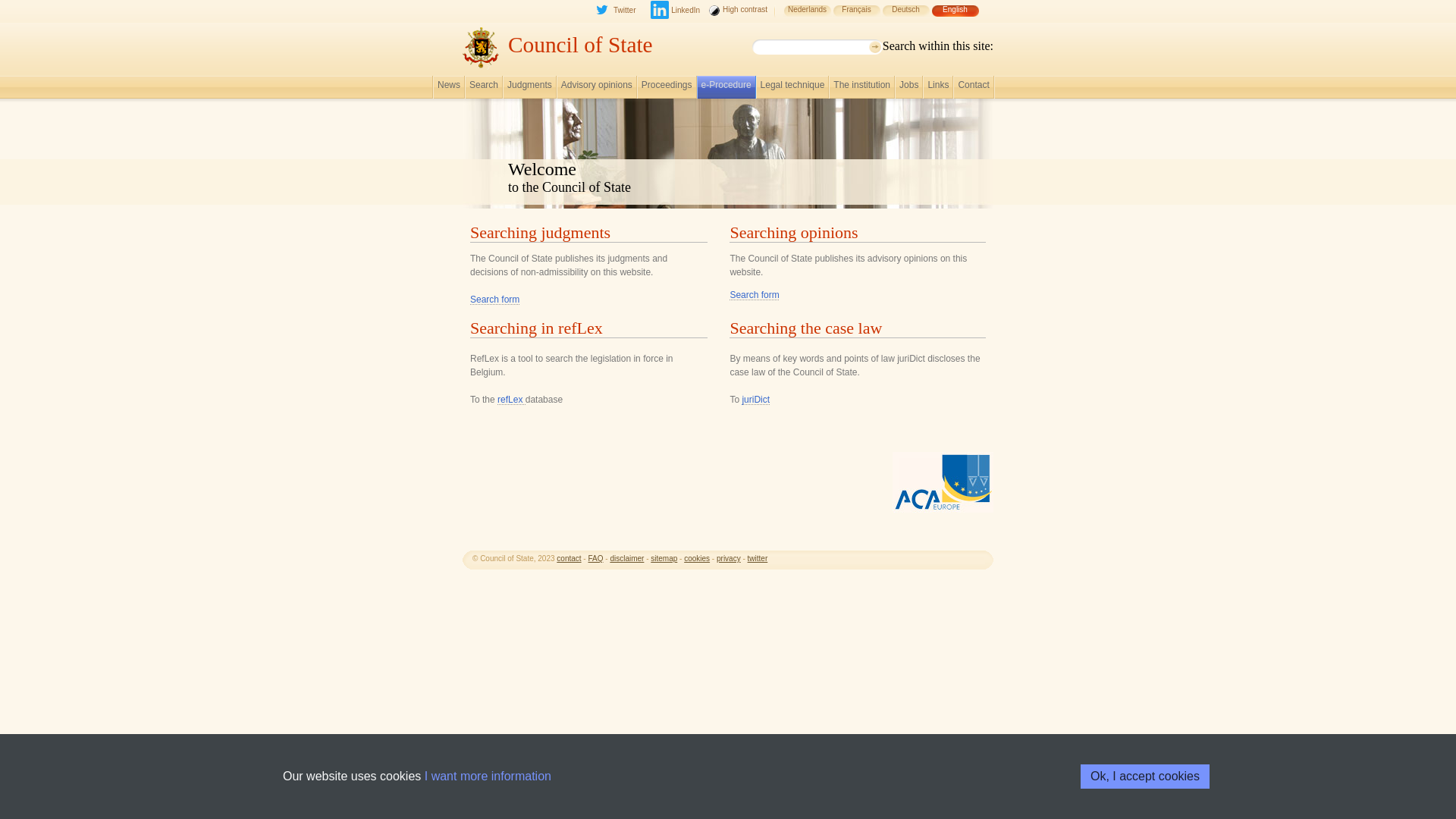  I want to click on 'privacy', so click(716, 558).